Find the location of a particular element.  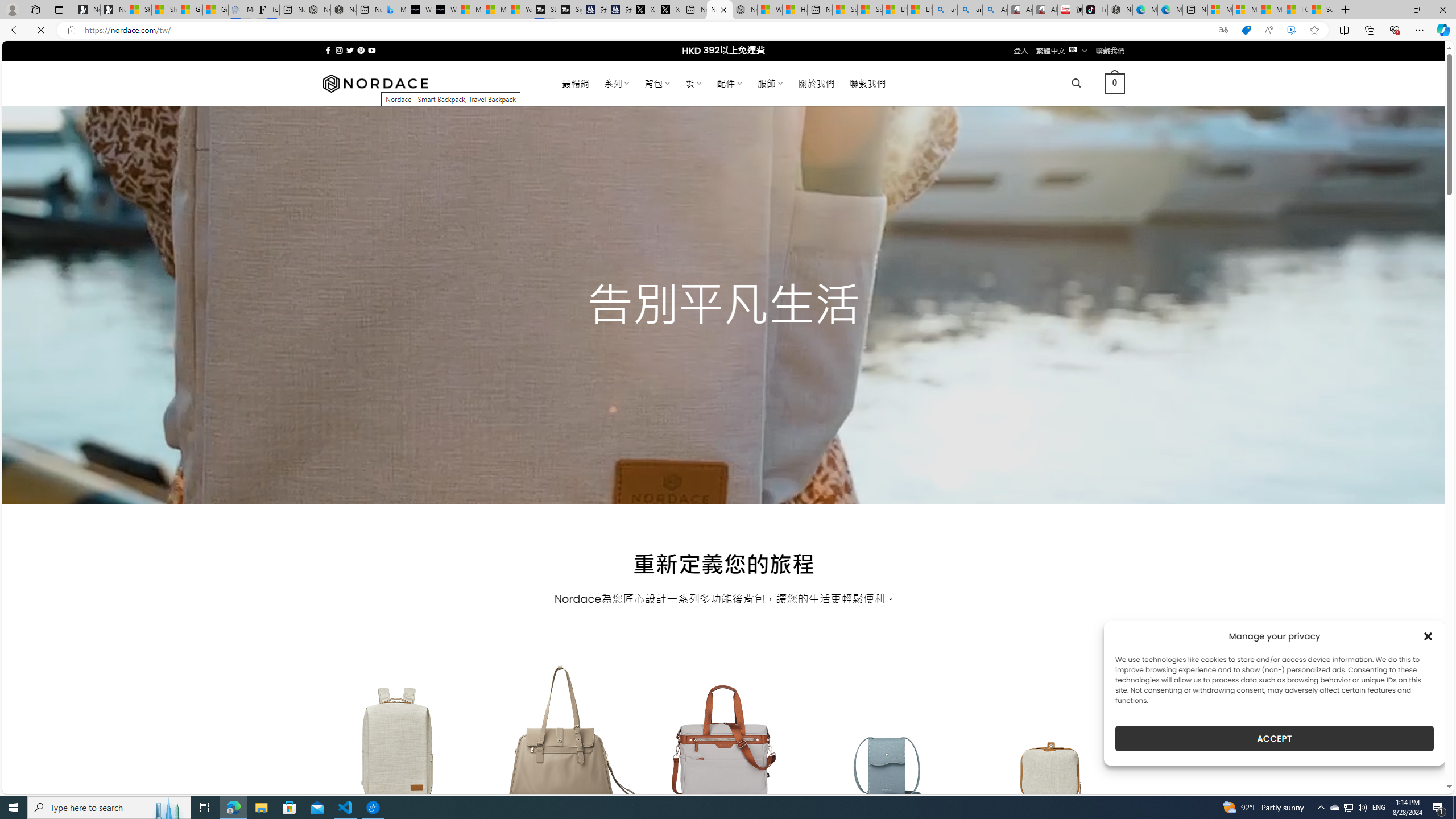

'Show translate options' is located at coordinates (1222, 30).